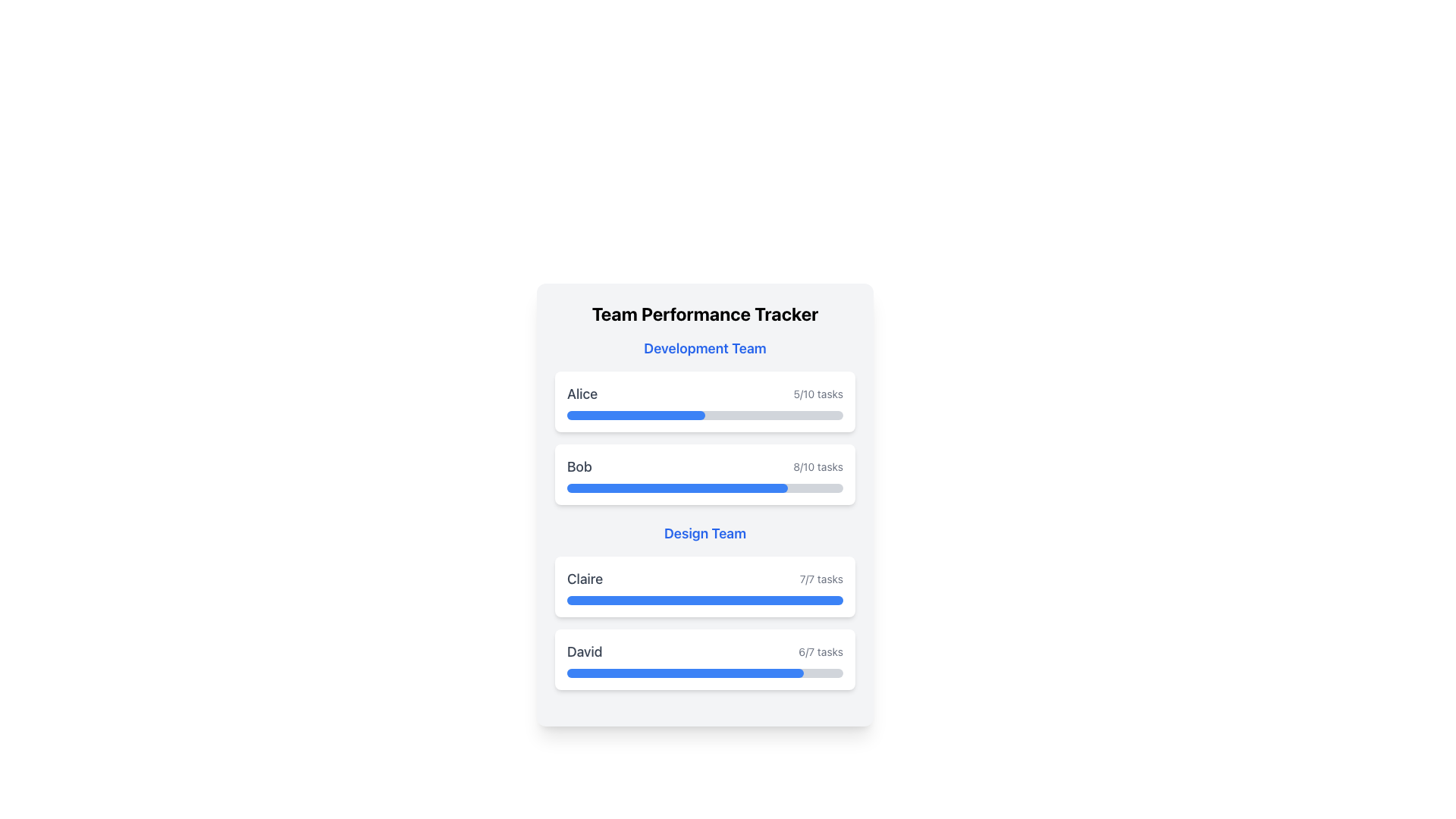 This screenshot has height=819, width=1456. Describe the element at coordinates (704, 438) in the screenshot. I see `text from the Task progress display component showing the progress for team members Alice and Bob, which includes their names, completed versus total tasks, and the progress bar indicating completion percentage` at that location.